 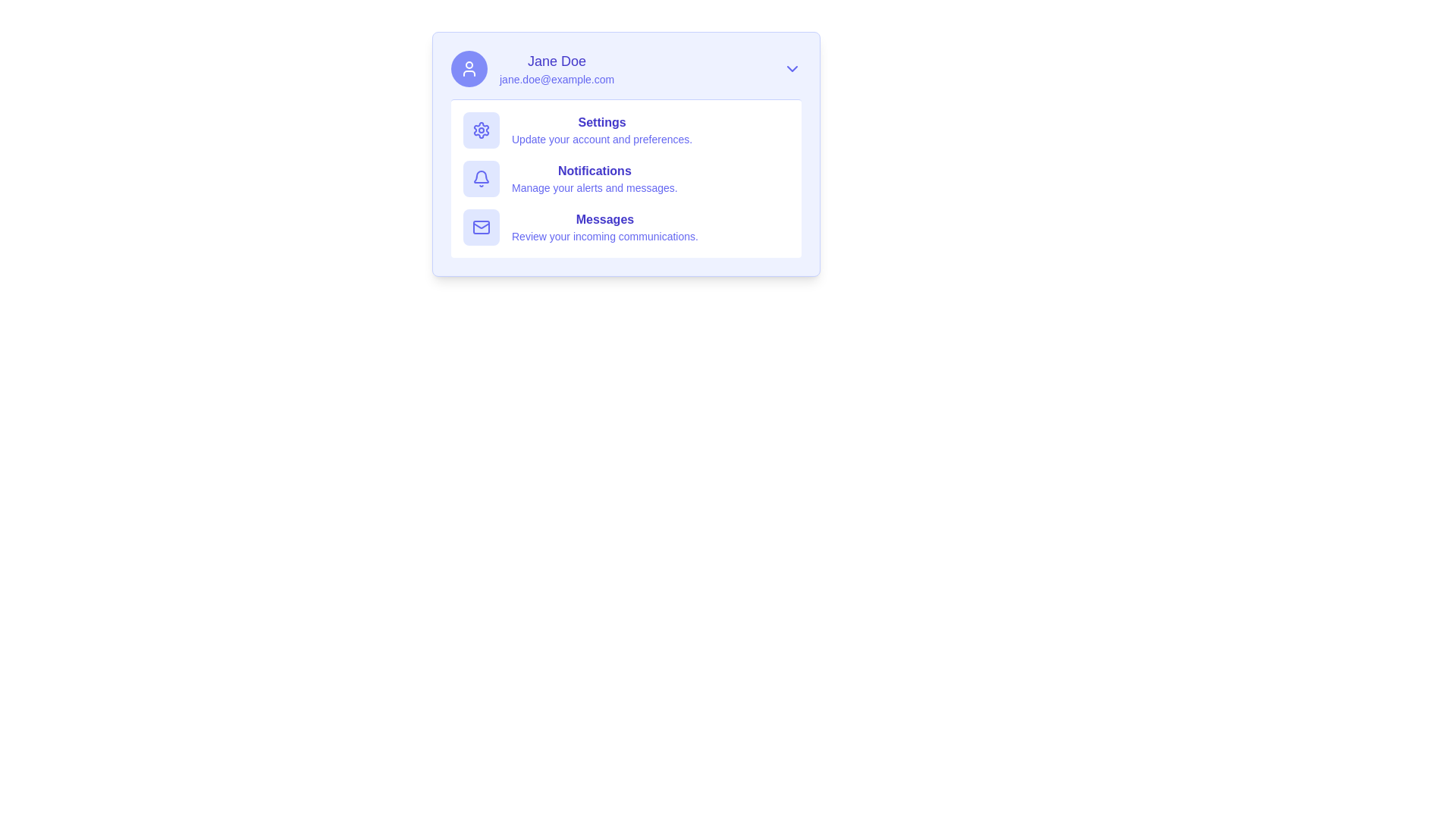 I want to click on the indigo bell-shaped icon located next to the 'Notifications' text to interact with the associated notifications feature, so click(x=480, y=177).